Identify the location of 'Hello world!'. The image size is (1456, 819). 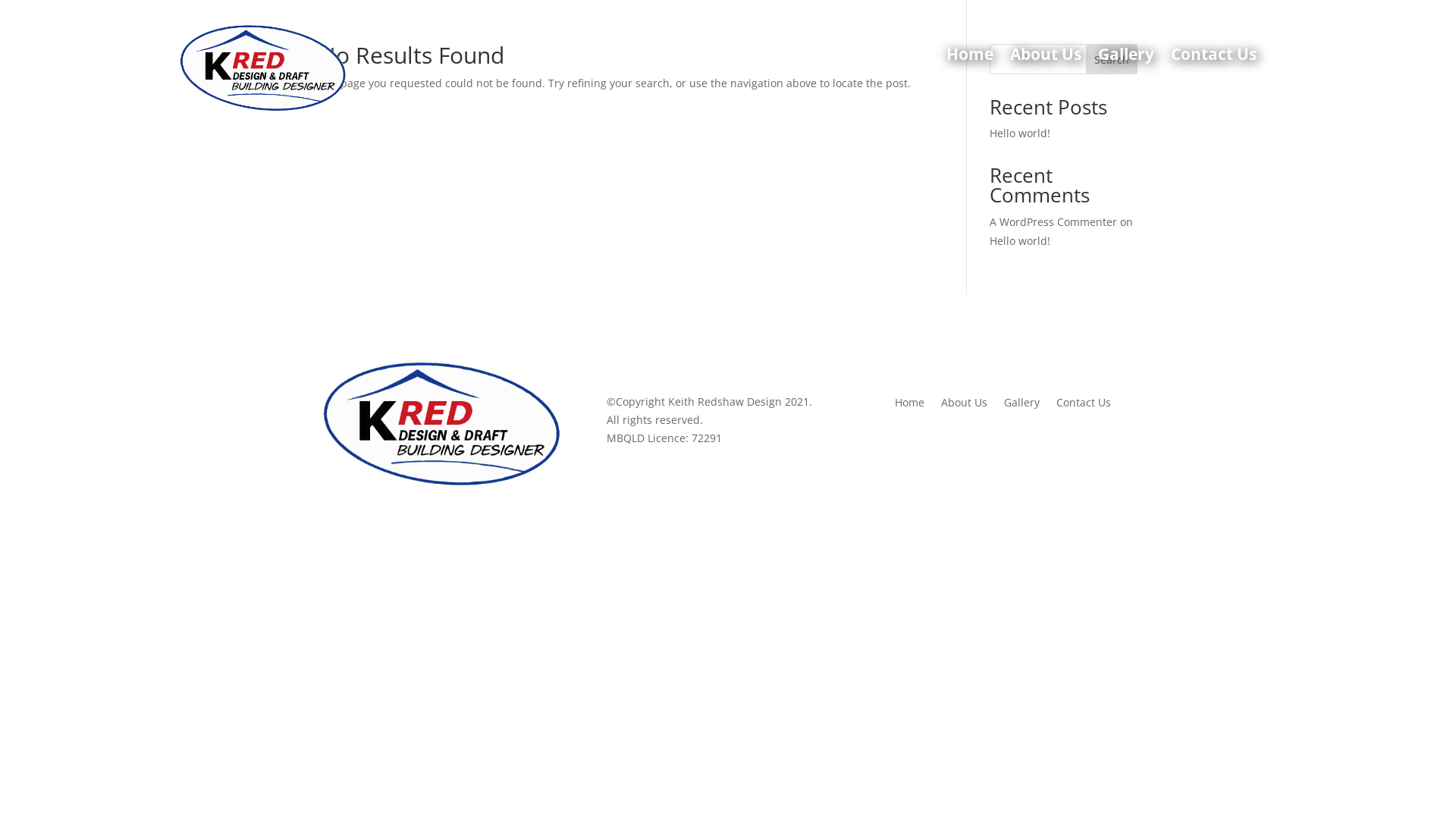
(1019, 132).